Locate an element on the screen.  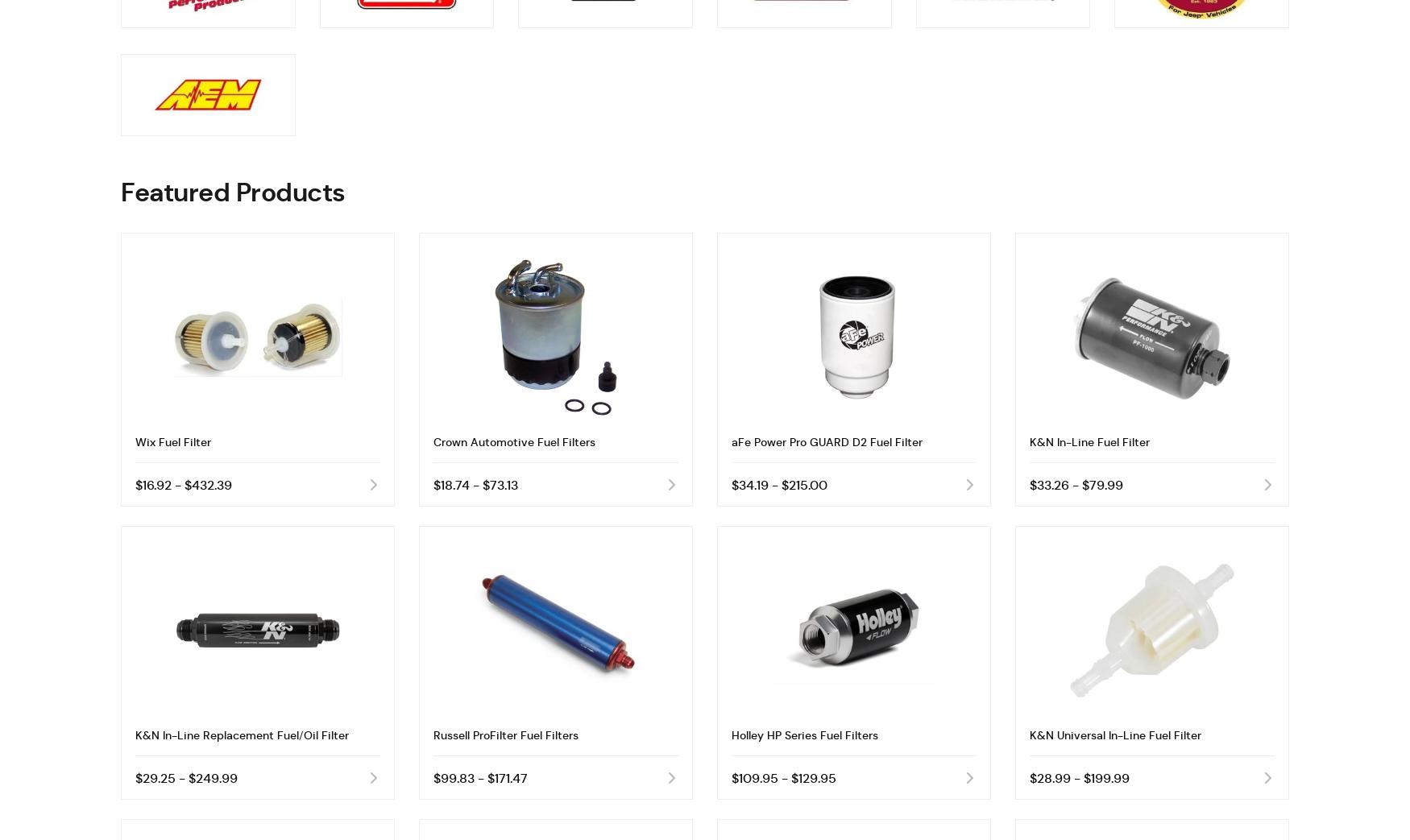
'$34.19' is located at coordinates (749, 484).